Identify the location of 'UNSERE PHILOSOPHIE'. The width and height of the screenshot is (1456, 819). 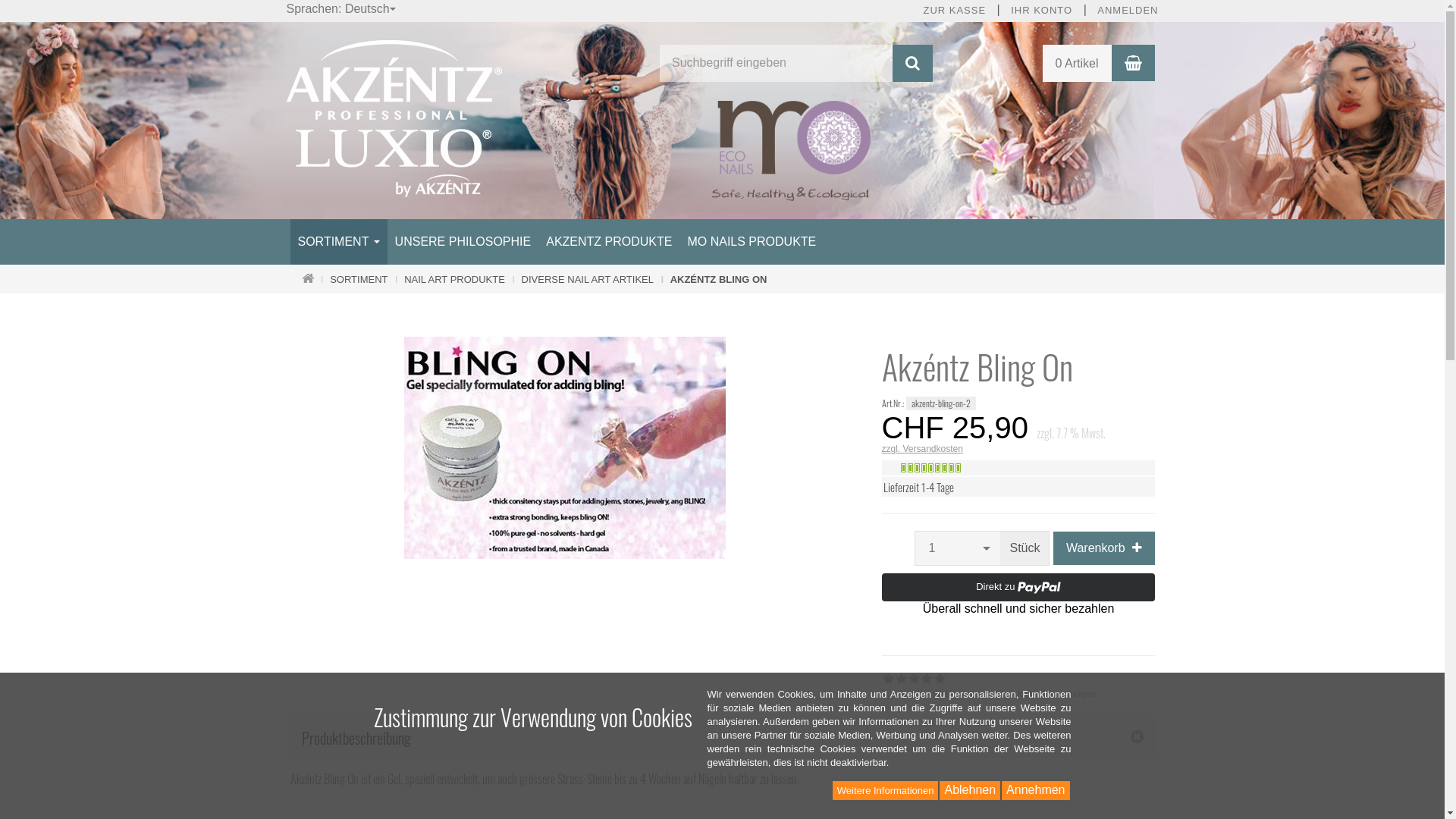
(462, 241).